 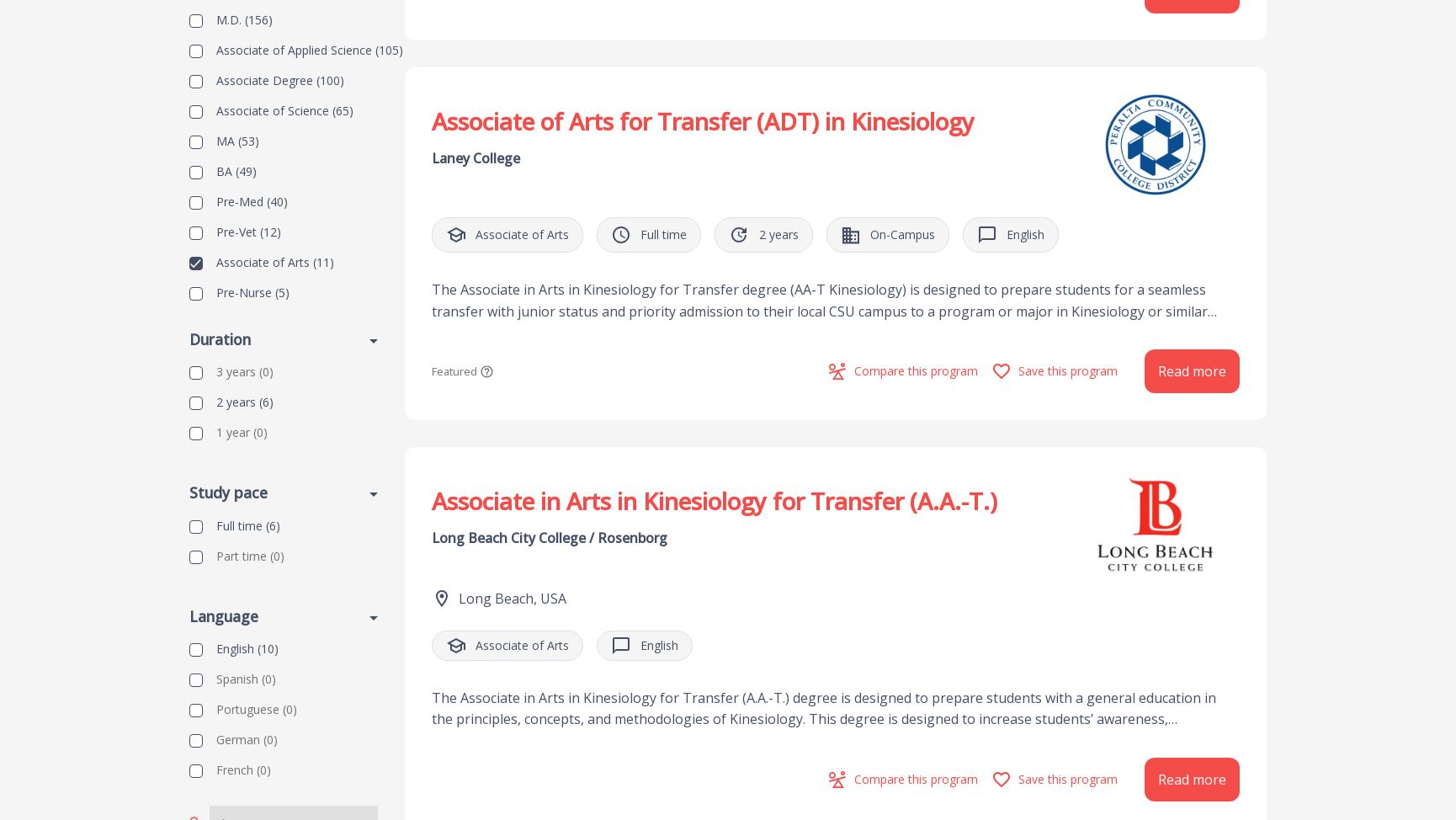 I want to click on '(100)', so click(x=330, y=78).